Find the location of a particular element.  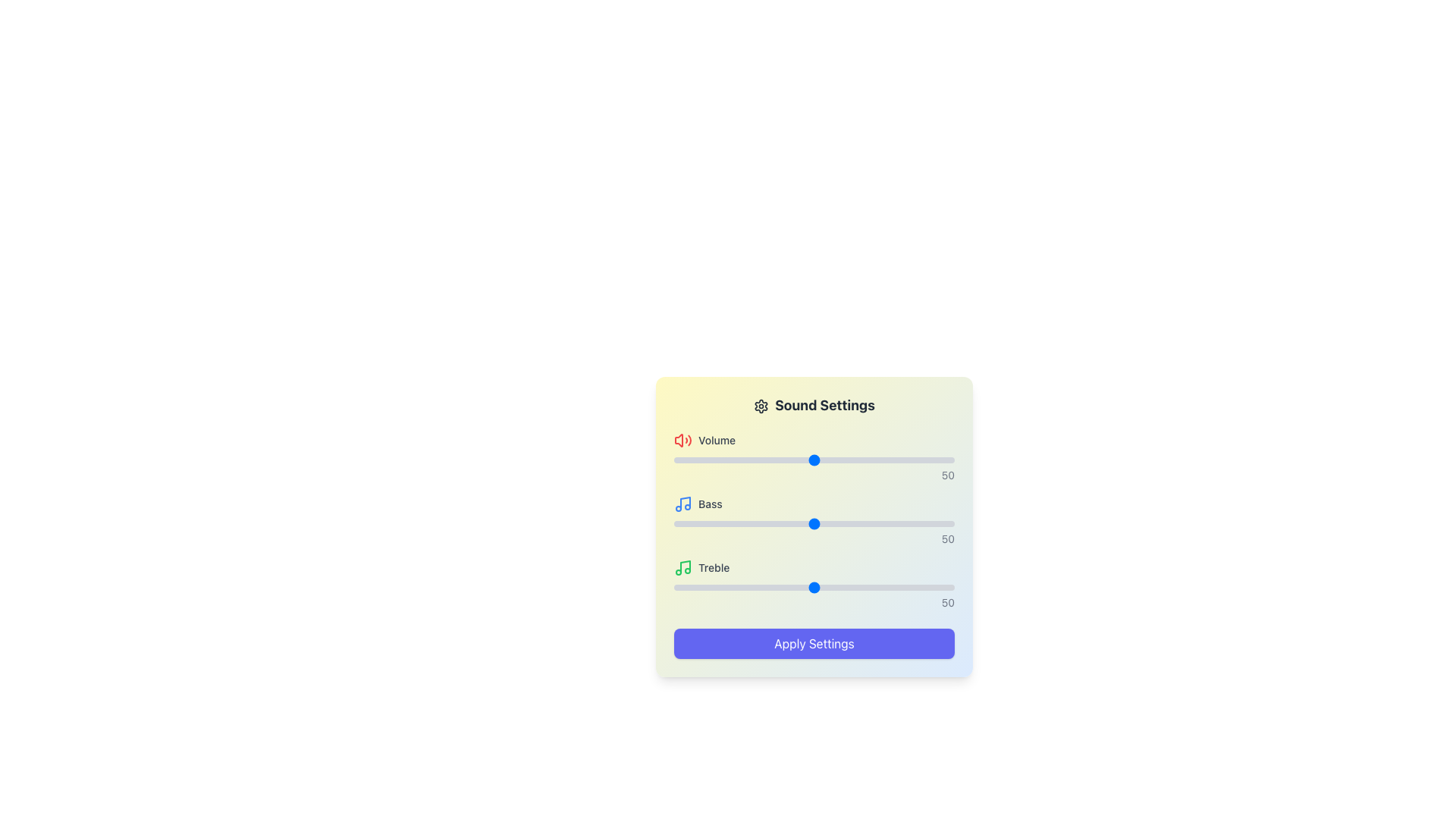

the gear-shaped icon that represents configuration options, located to the left of the 'Sound Settings' title text at the top of the dialog box is located at coordinates (761, 406).